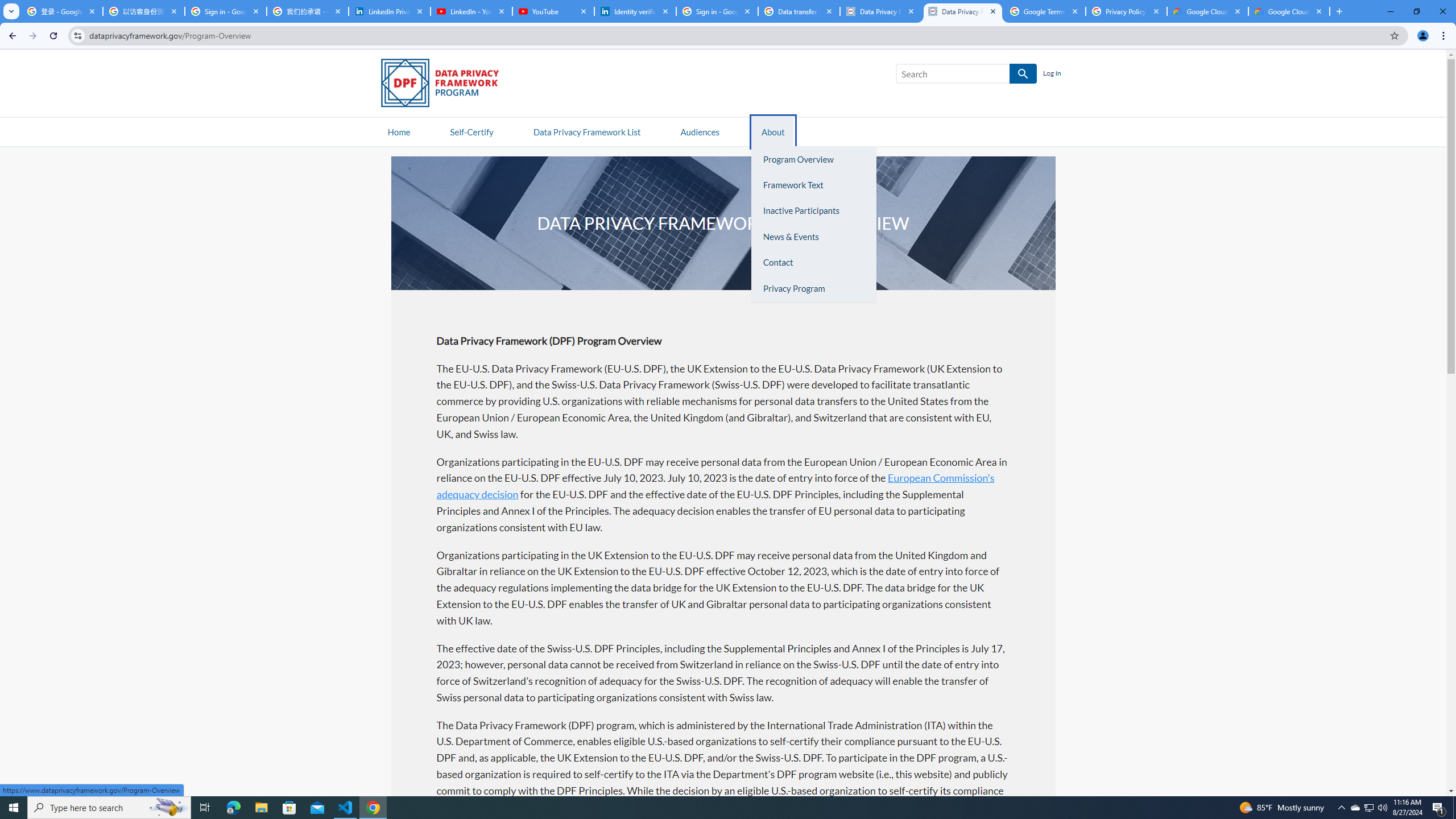 The image size is (1456, 819). Describe the element at coordinates (471, 131) in the screenshot. I see `'Self-Certify'` at that location.